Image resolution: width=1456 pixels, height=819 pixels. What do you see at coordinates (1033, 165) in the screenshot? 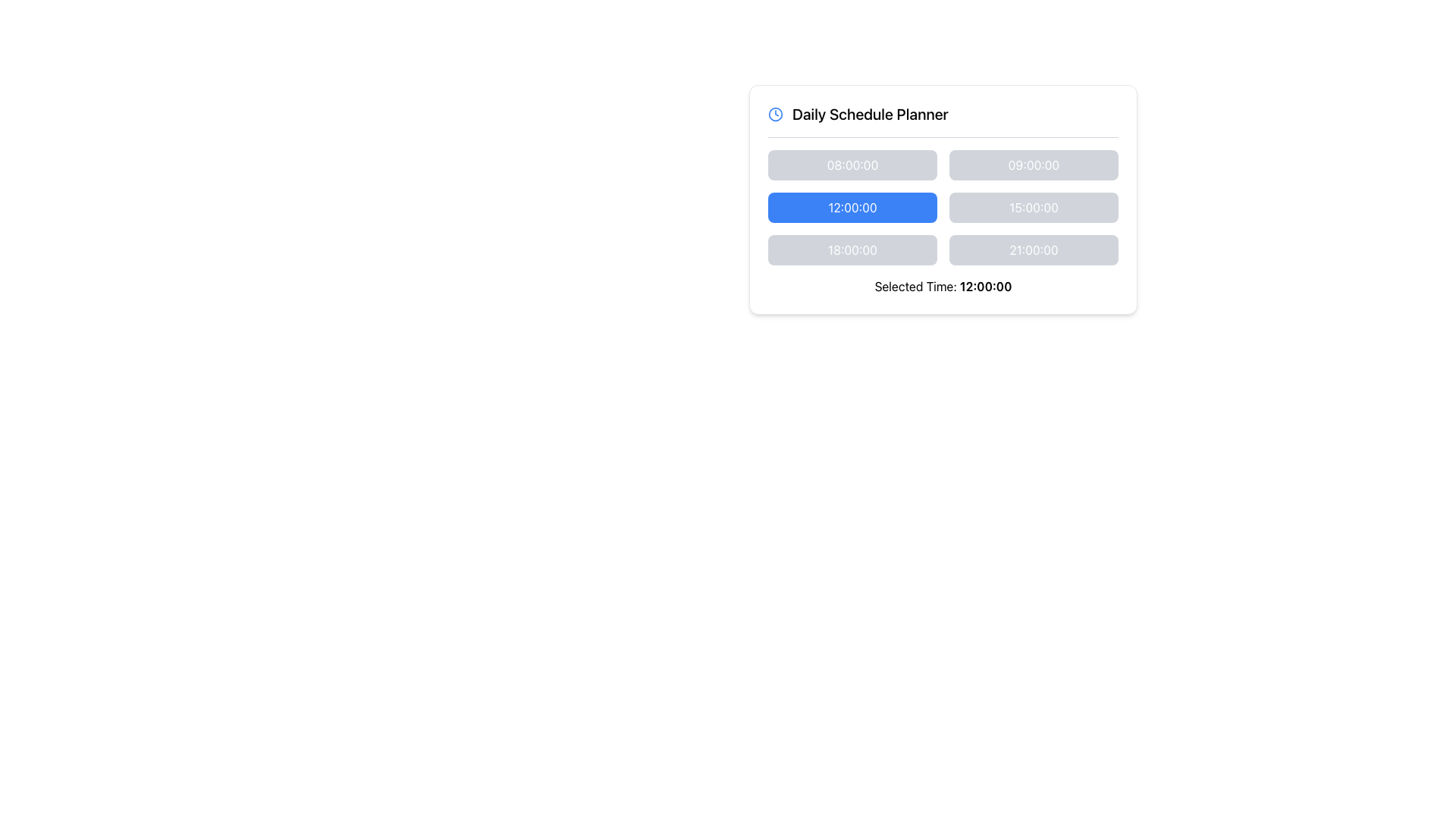
I see `the light gray button labeled '09:00:00' in the schedule component to observe its color change to blue` at bounding box center [1033, 165].